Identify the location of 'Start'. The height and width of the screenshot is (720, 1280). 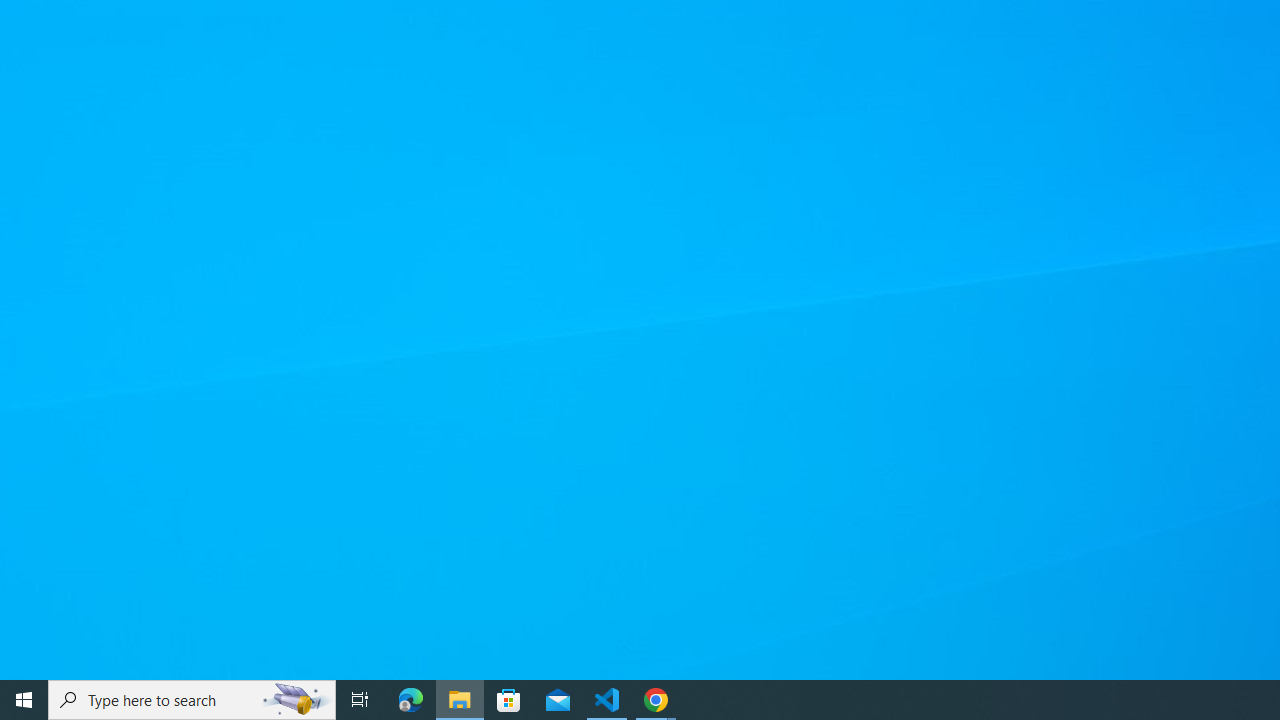
(24, 698).